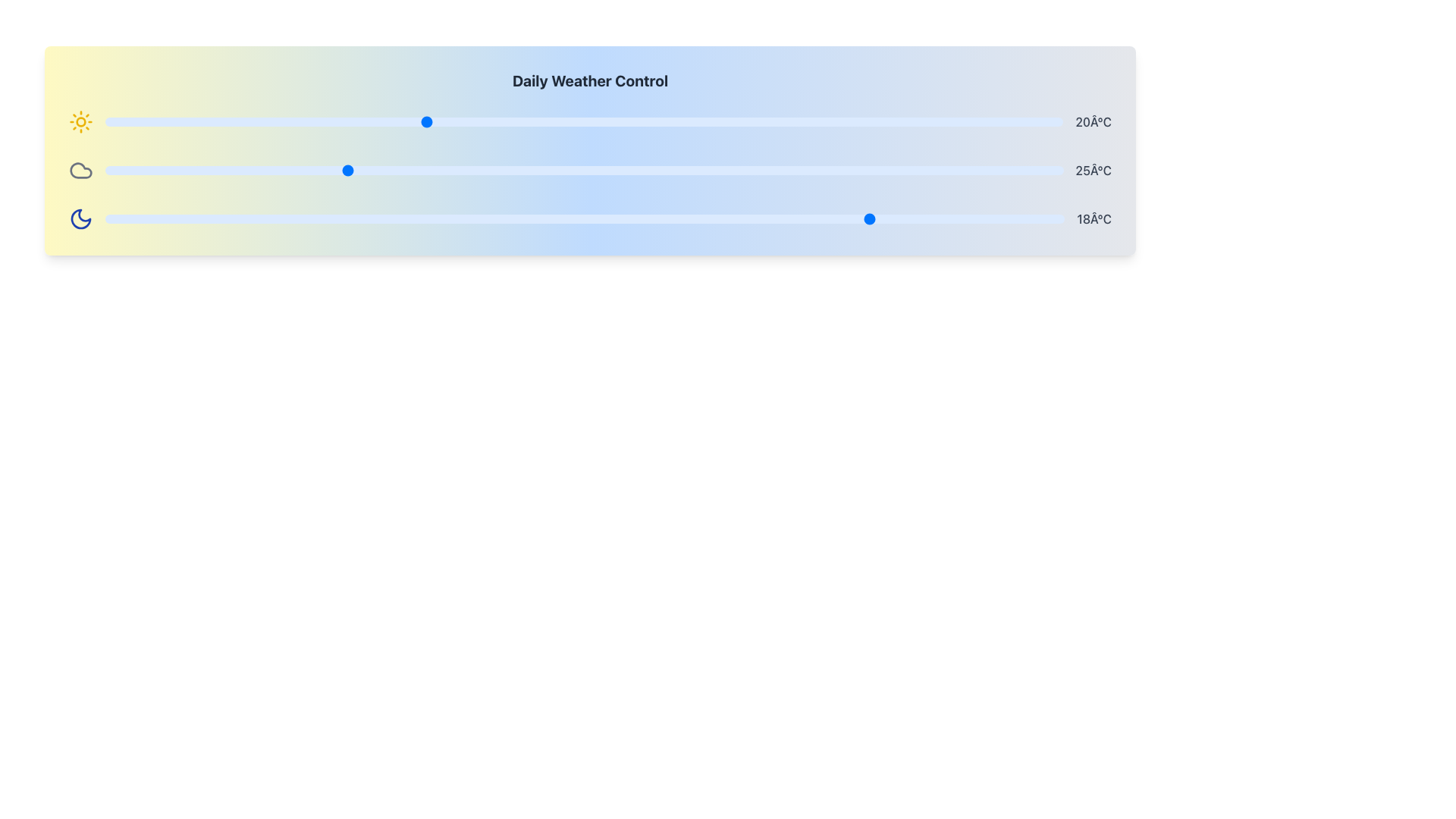 This screenshot has width=1456, height=819. What do you see at coordinates (200, 219) in the screenshot?
I see `the temperature slider` at bounding box center [200, 219].